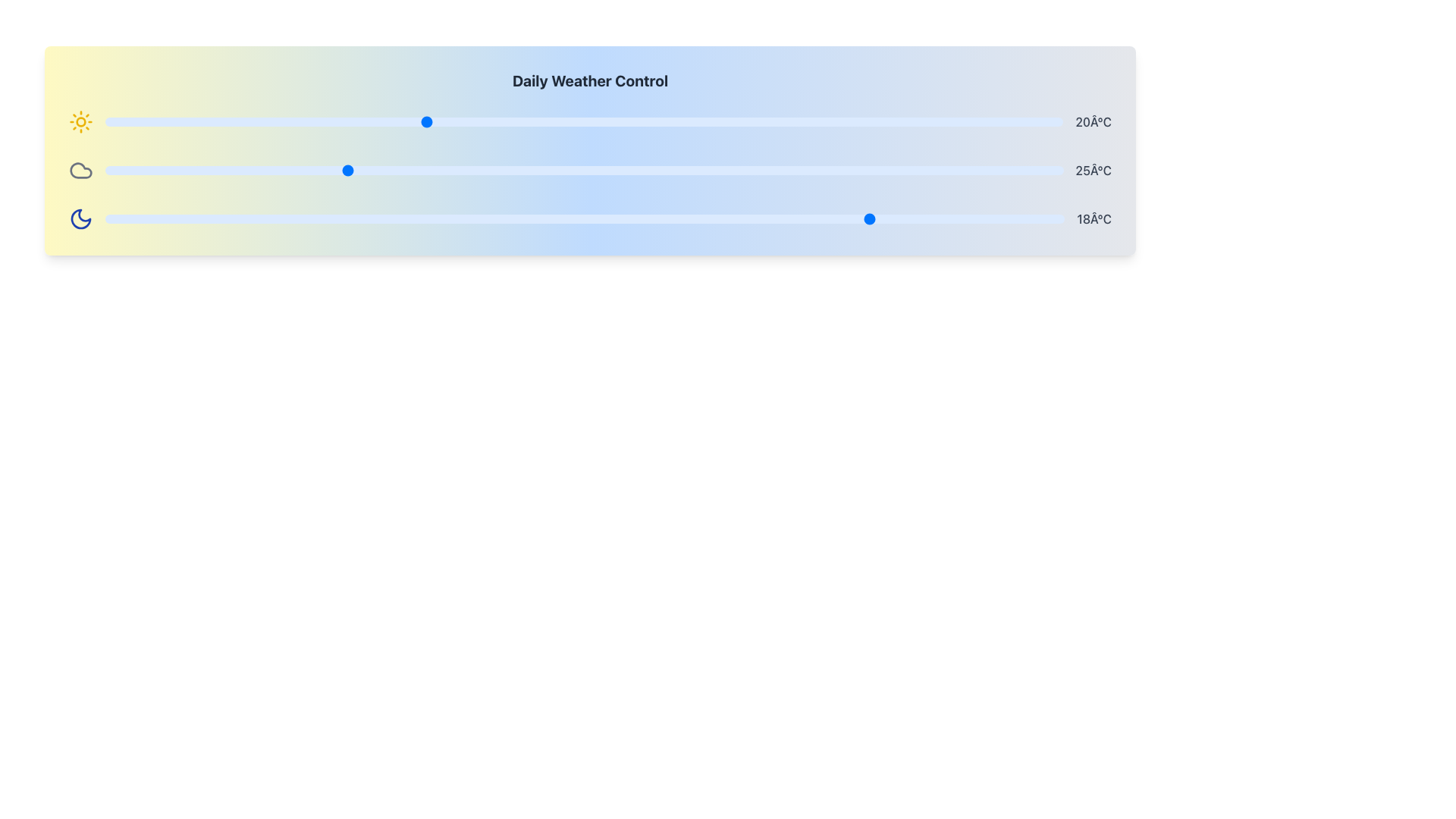 This screenshot has width=1456, height=819. What do you see at coordinates (200, 219) in the screenshot?
I see `the temperature slider` at bounding box center [200, 219].